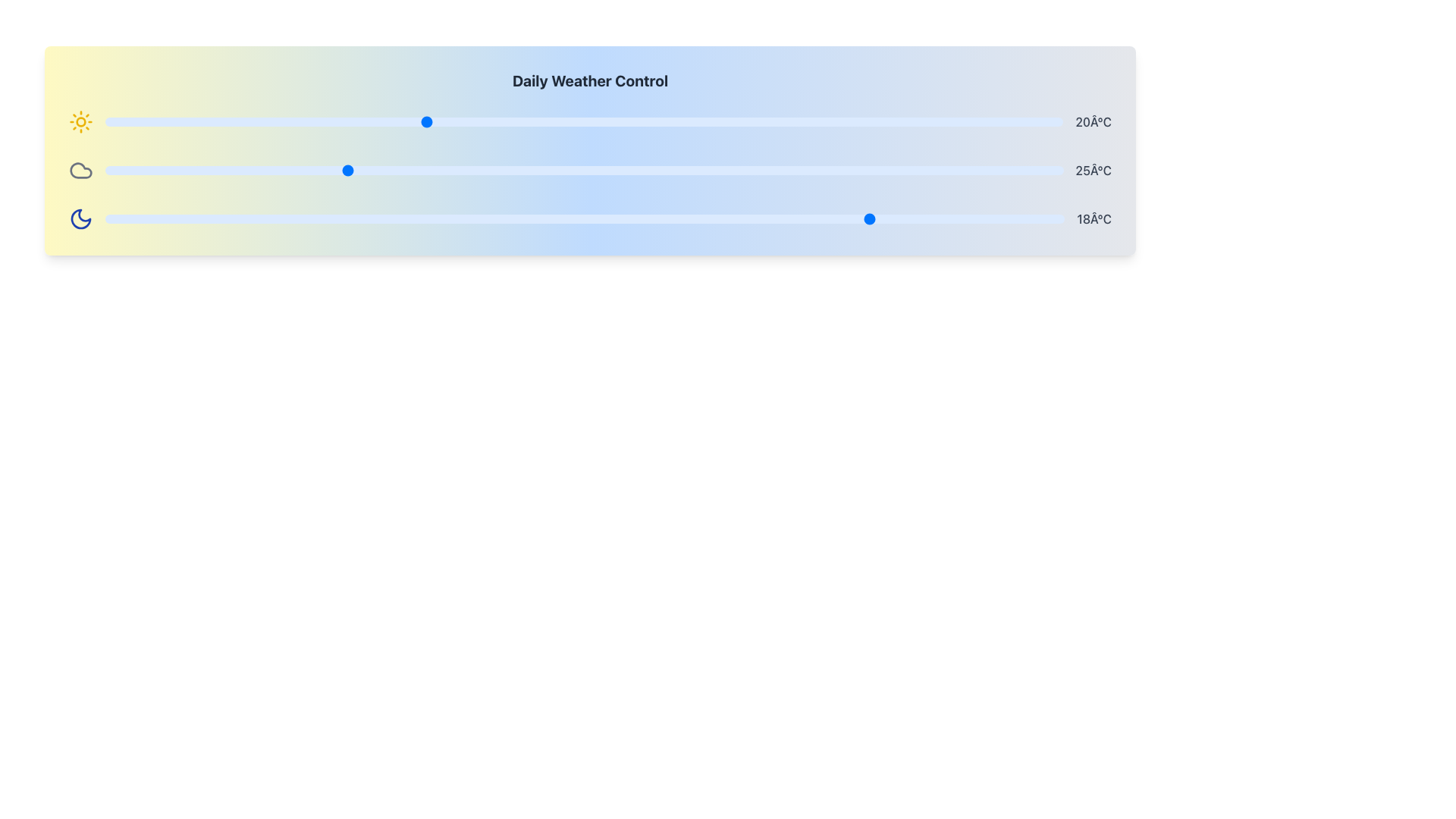 This screenshot has width=1456, height=819. What do you see at coordinates (200, 219) in the screenshot?
I see `the temperature slider` at bounding box center [200, 219].